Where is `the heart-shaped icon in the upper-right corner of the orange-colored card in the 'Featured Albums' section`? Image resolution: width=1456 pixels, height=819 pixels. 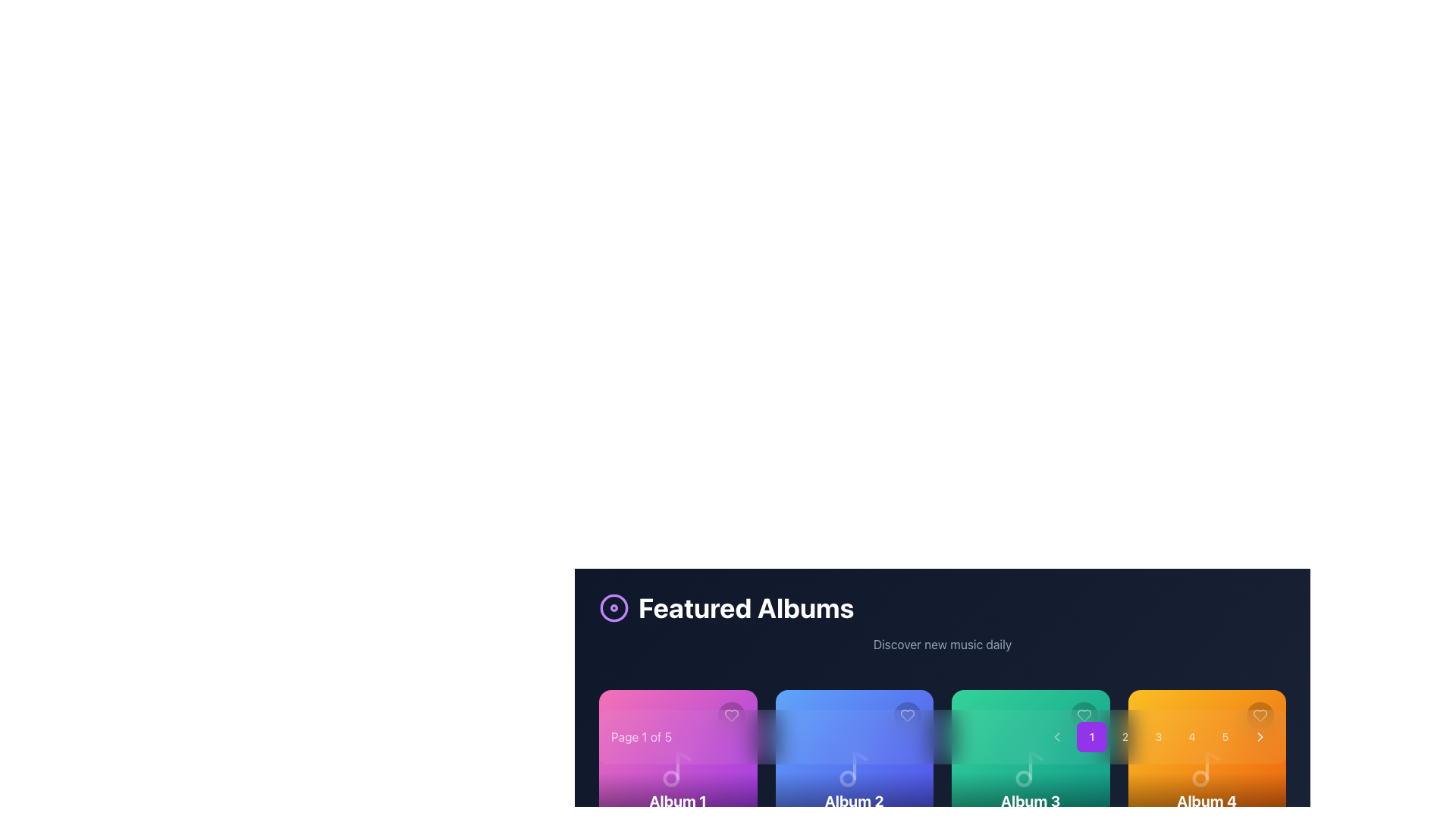 the heart-shaped icon in the upper-right corner of the orange-colored card in the 'Featured Albums' section is located at coordinates (1260, 716).